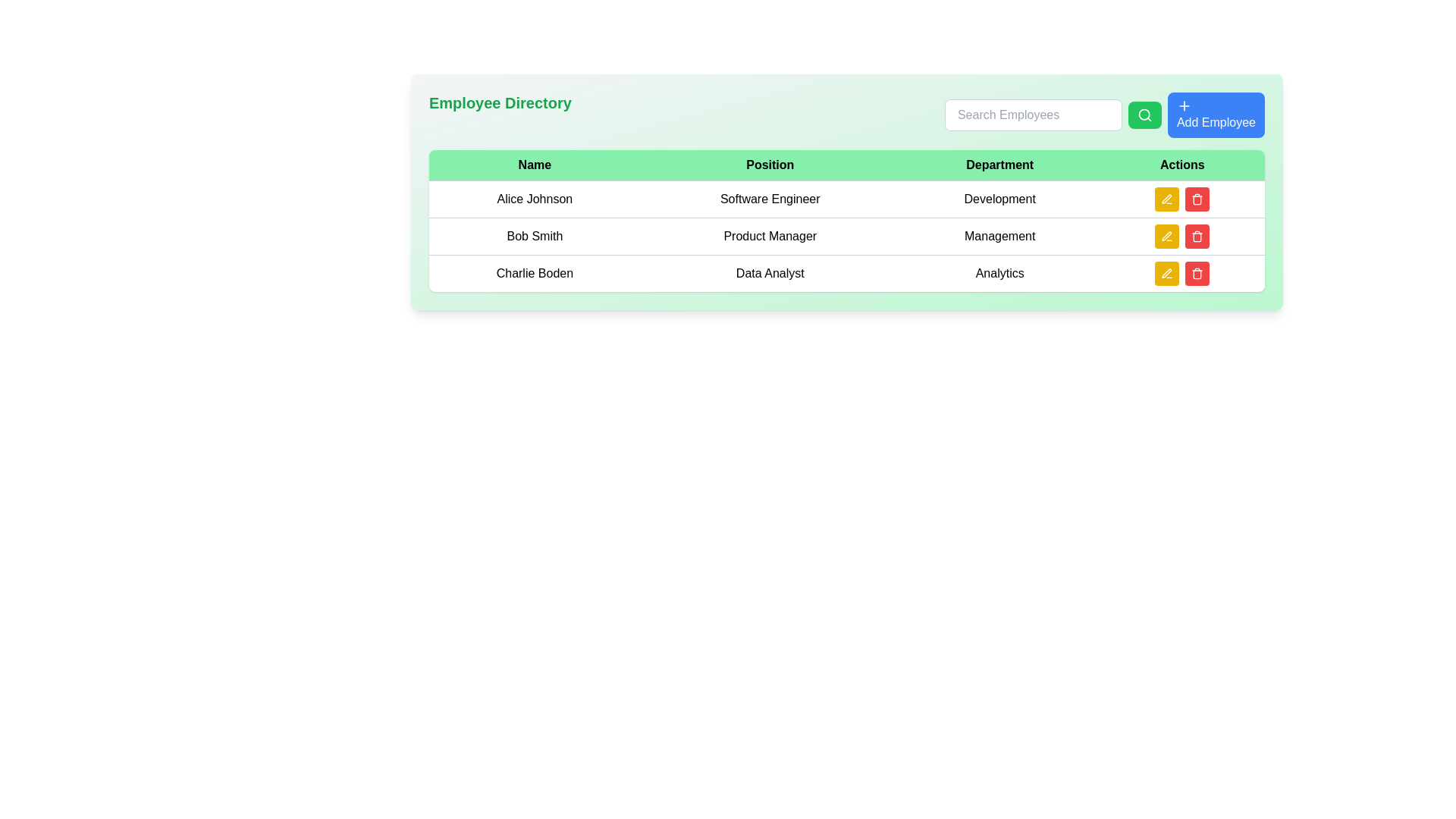  What do you see at coordinates (535, 198) in the screenshot?
I see `the text label displaying 'Alice Johnson' located under the 'Name' column` at bounding box center [535, 198].